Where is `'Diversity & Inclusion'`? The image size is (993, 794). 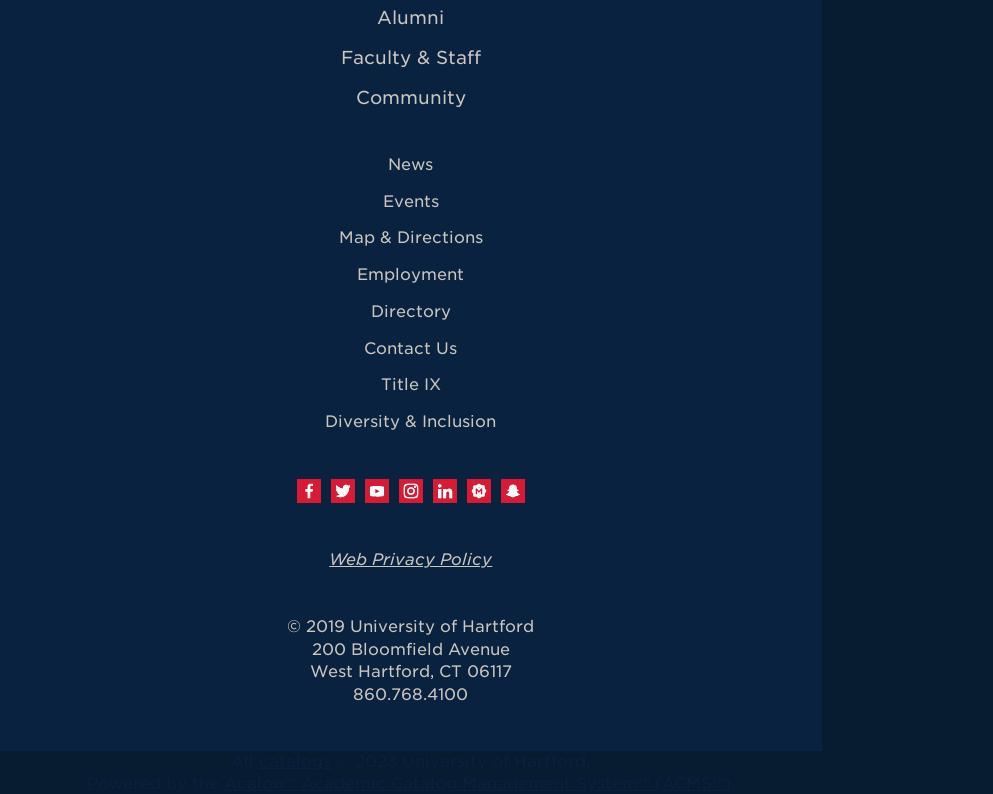 'Diversity & Inclusion' is located at coordinates (409, 420).